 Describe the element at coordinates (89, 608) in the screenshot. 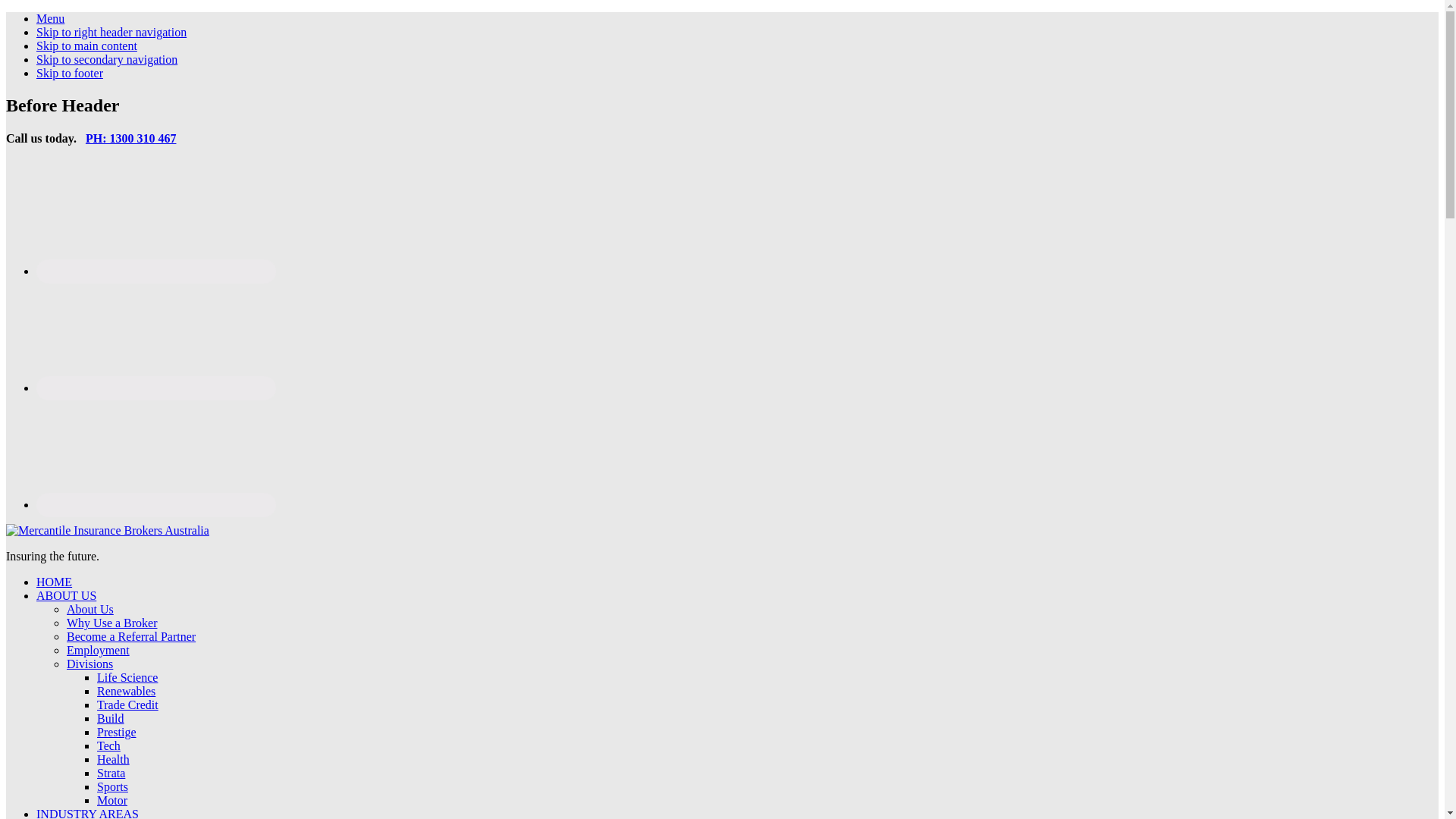

I see `'About Us'` at that location.